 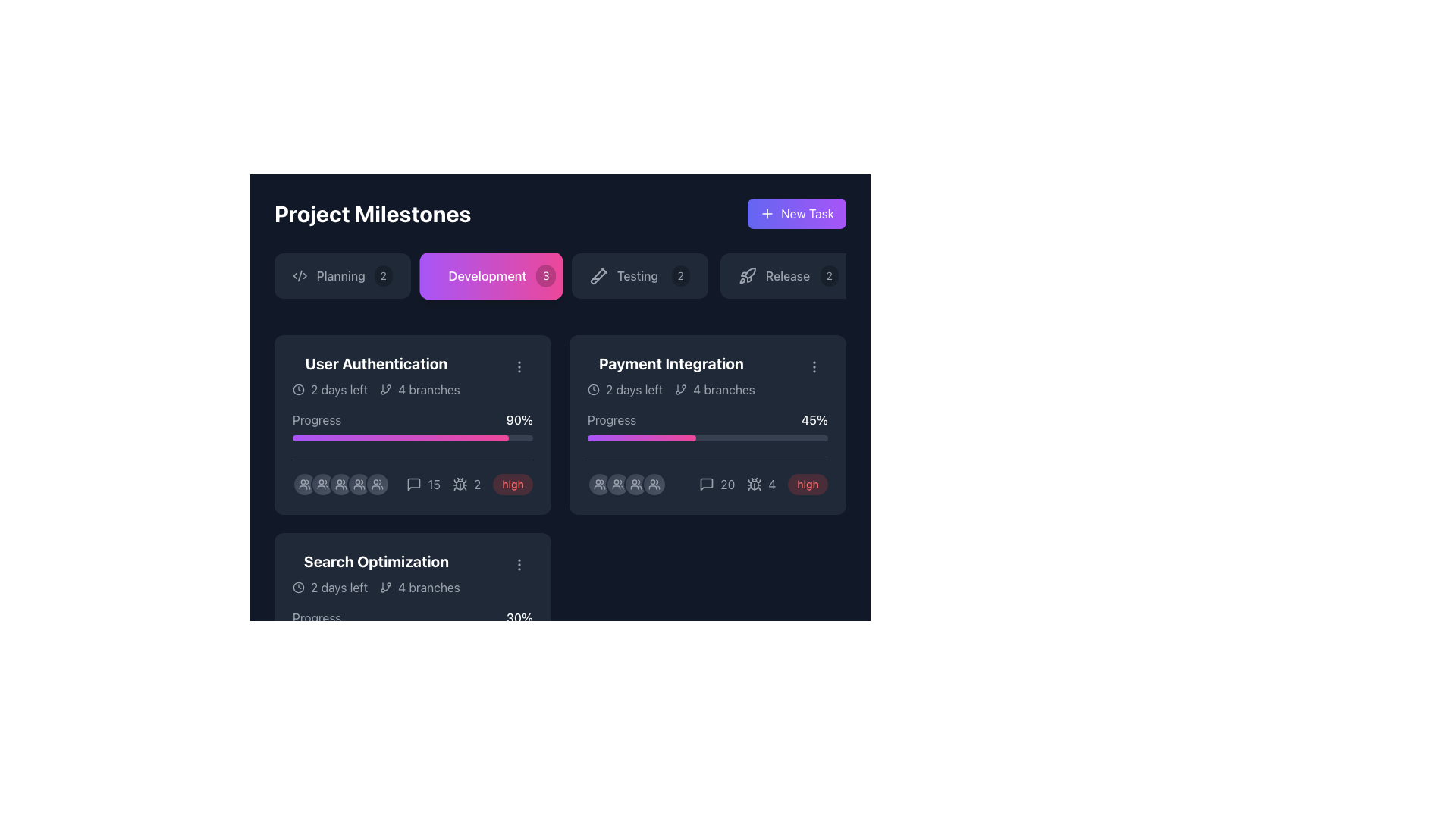 What do you see at coordinates (716, 485) in the screenshot?
I see `the text label displaying the number '20' in gray, located to the right of a chat bubble icon within the 'Payment Integration' card` at bounding box center [716, 485].